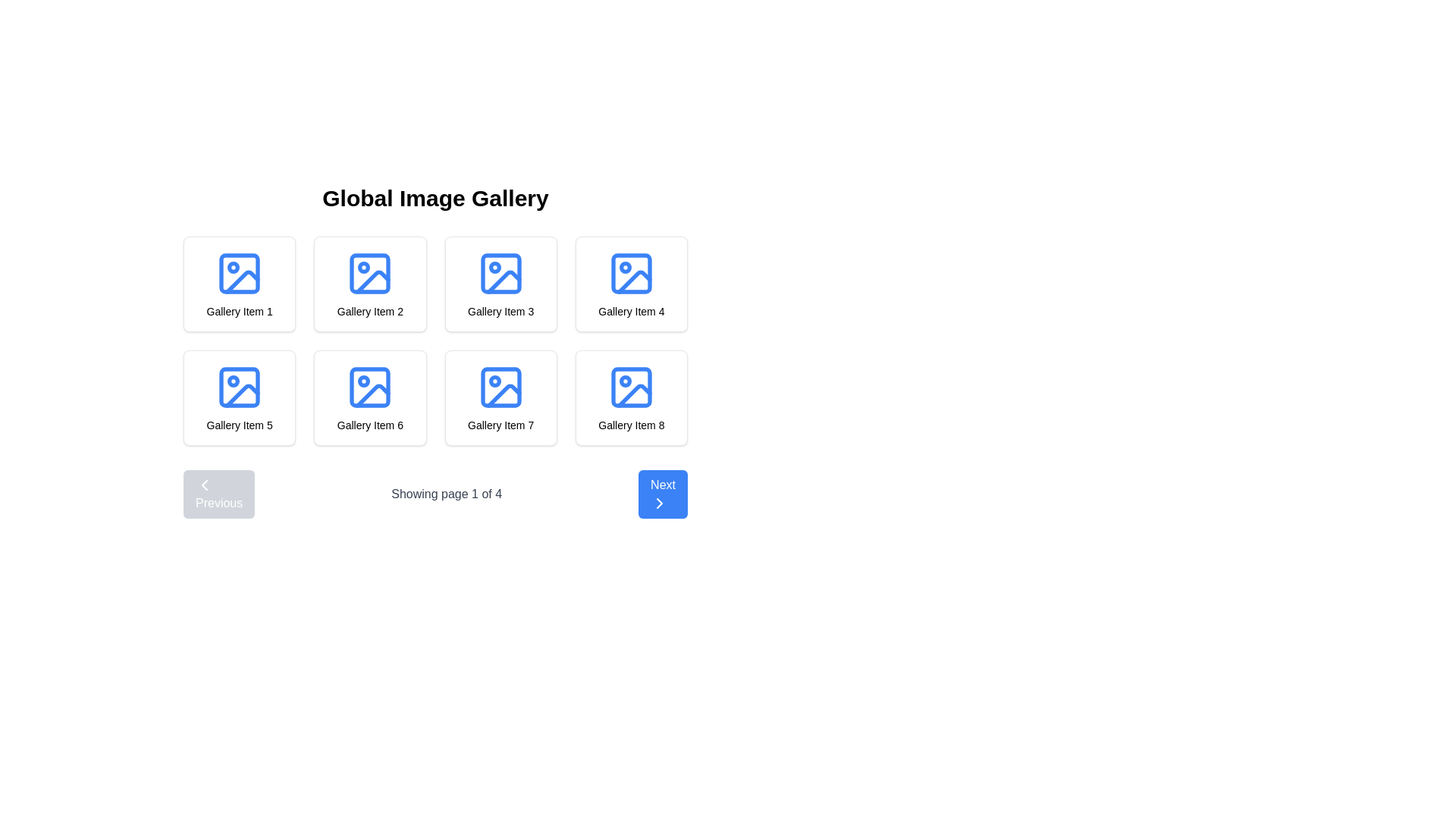  I want to click on the blue outline picture icon located in the top-left card labeled 'Gallery Item 1' on the gallery grid, so click(239, 274).